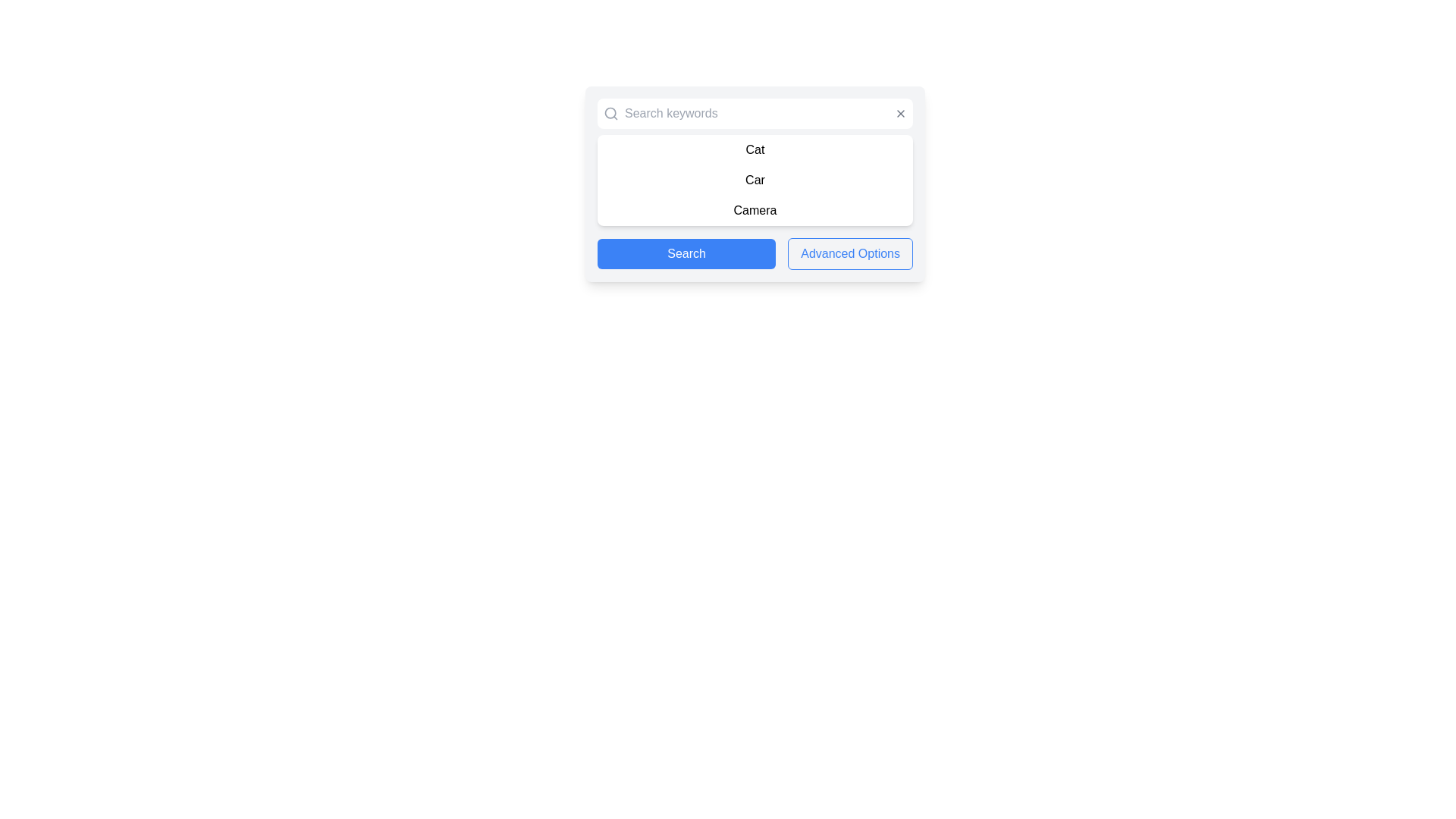 The image size is (1456, 819). I want to click on the clear button located in the top-right corner of the search bar component, so click(901, 113).